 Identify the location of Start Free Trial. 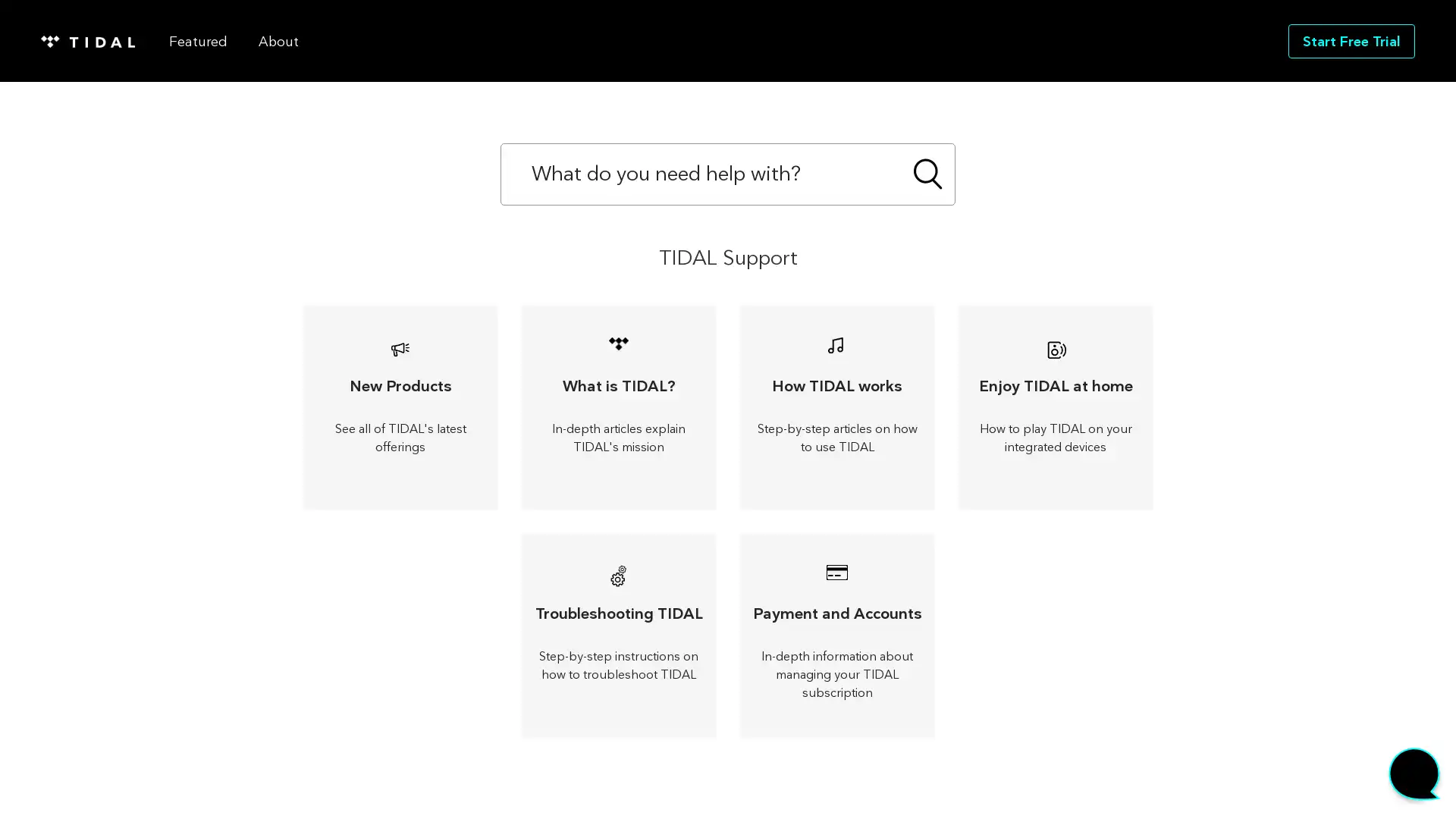
(1351, 39).